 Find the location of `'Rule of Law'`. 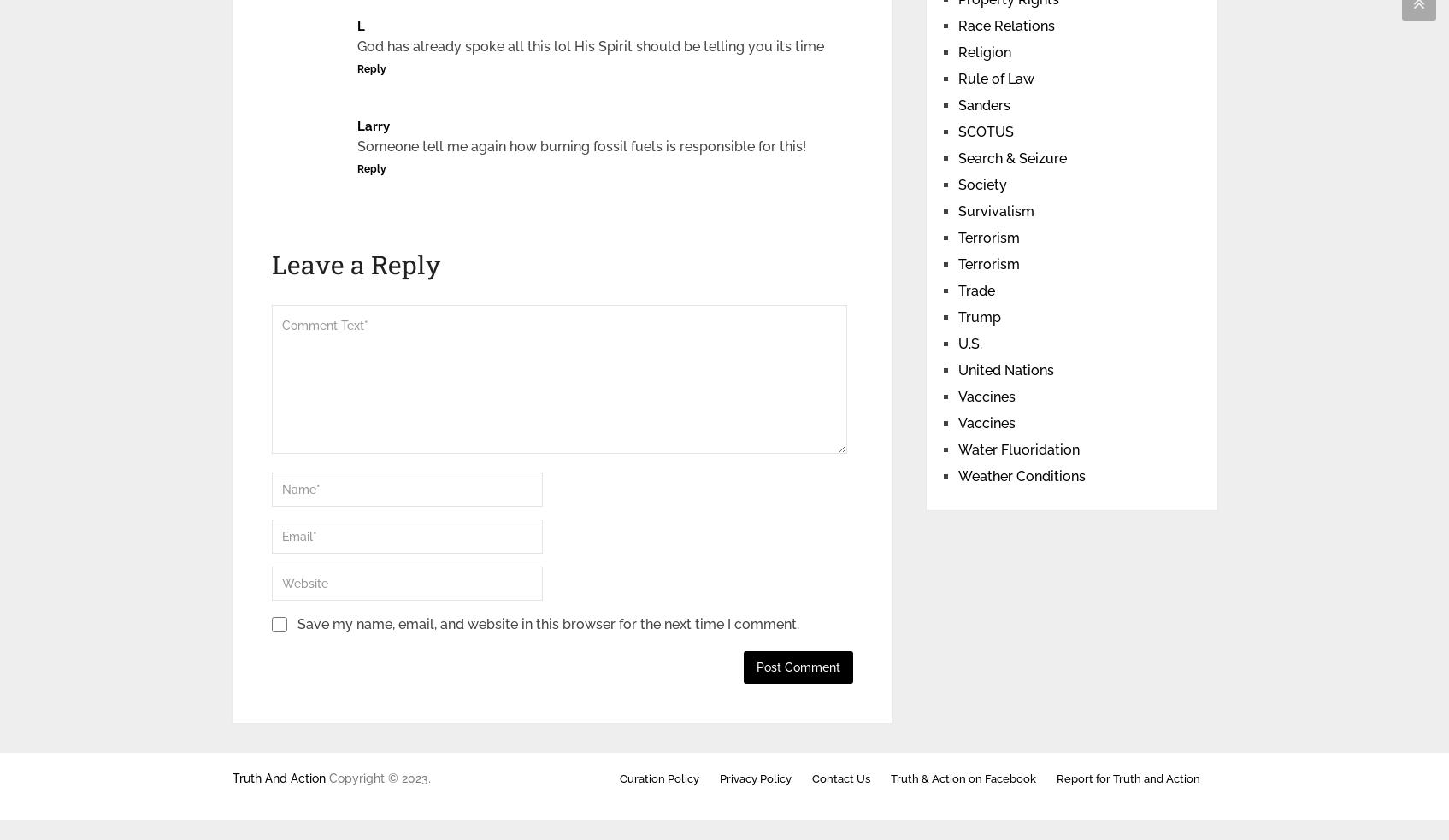

'Rule of Law' is located at coordinates (994, 78).